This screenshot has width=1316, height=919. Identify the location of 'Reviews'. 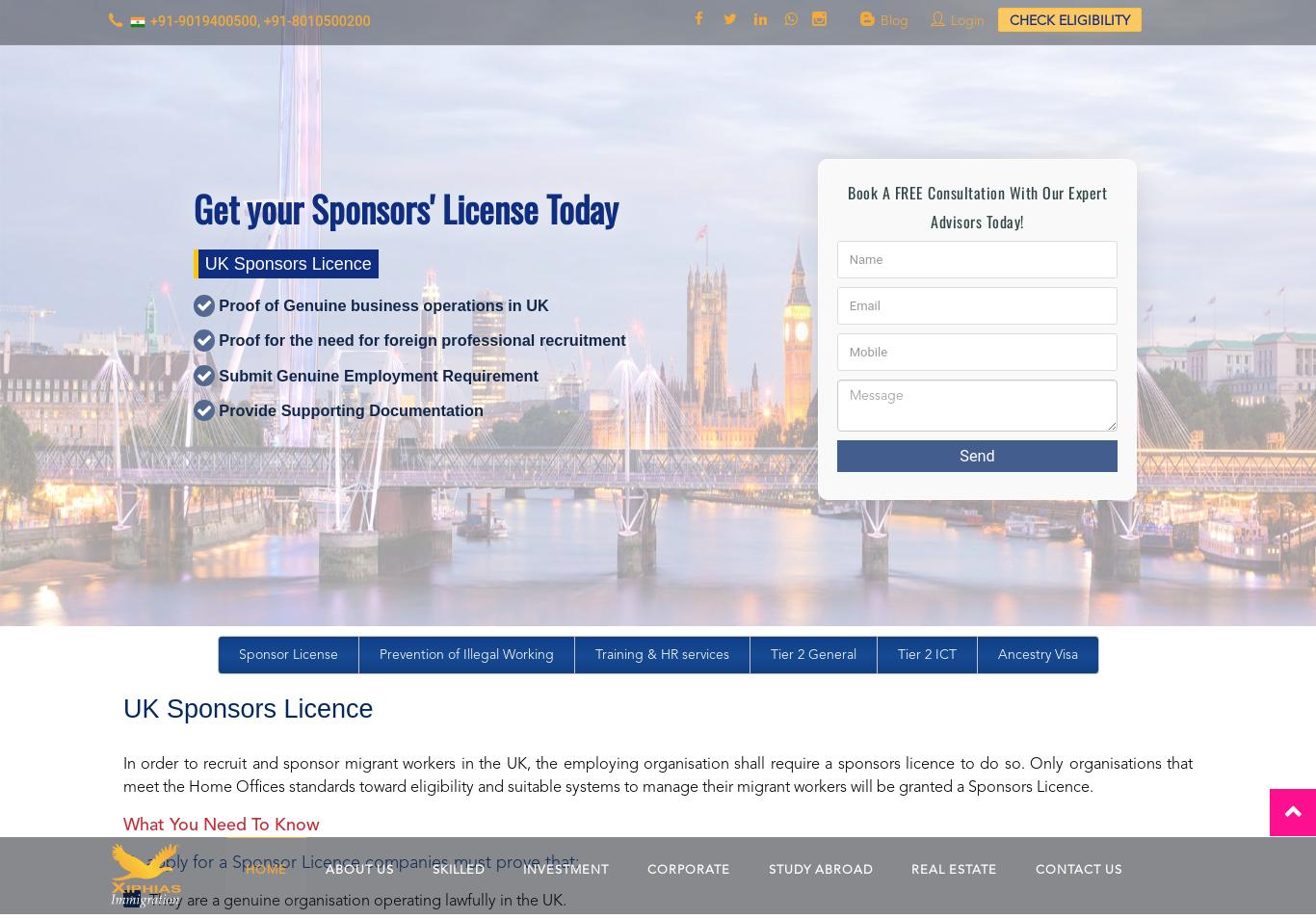
(672, 890).